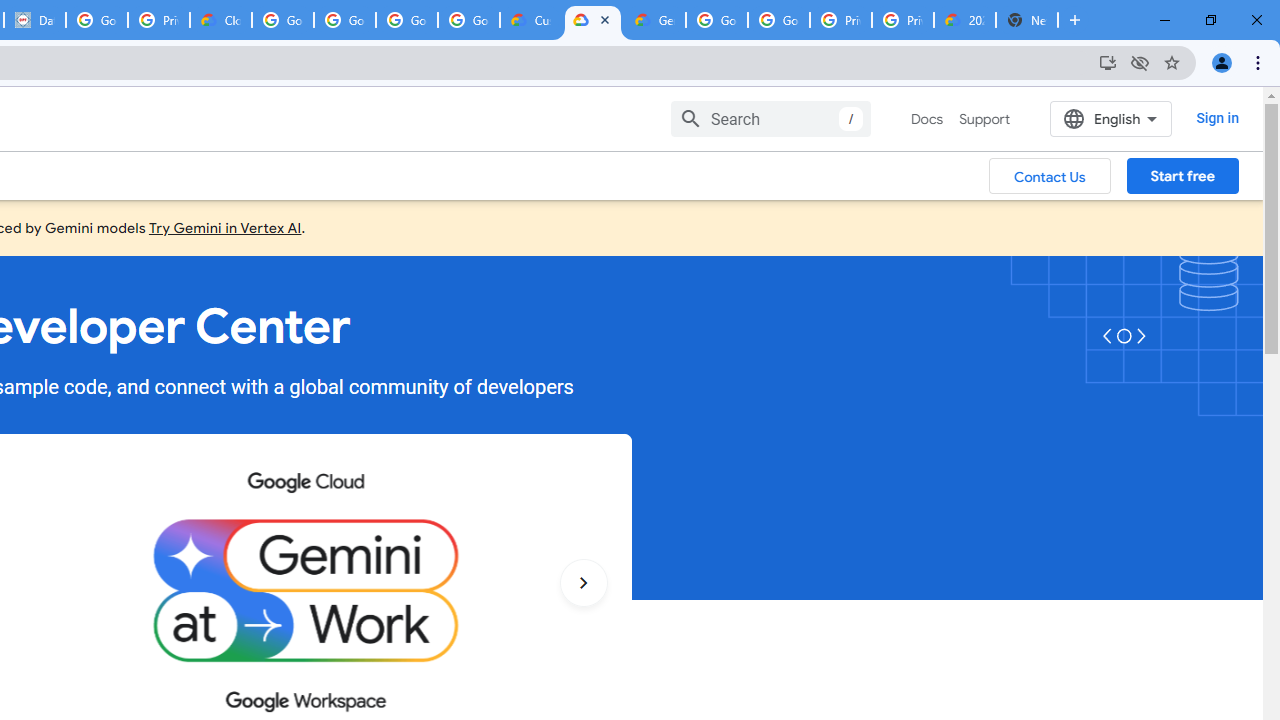 The width and height of the screenshot is (1280, 720). What do you see at coordinates (1182, 174) in the screenshot?
I see `'Start free'` at bounding box center [1182, 174].